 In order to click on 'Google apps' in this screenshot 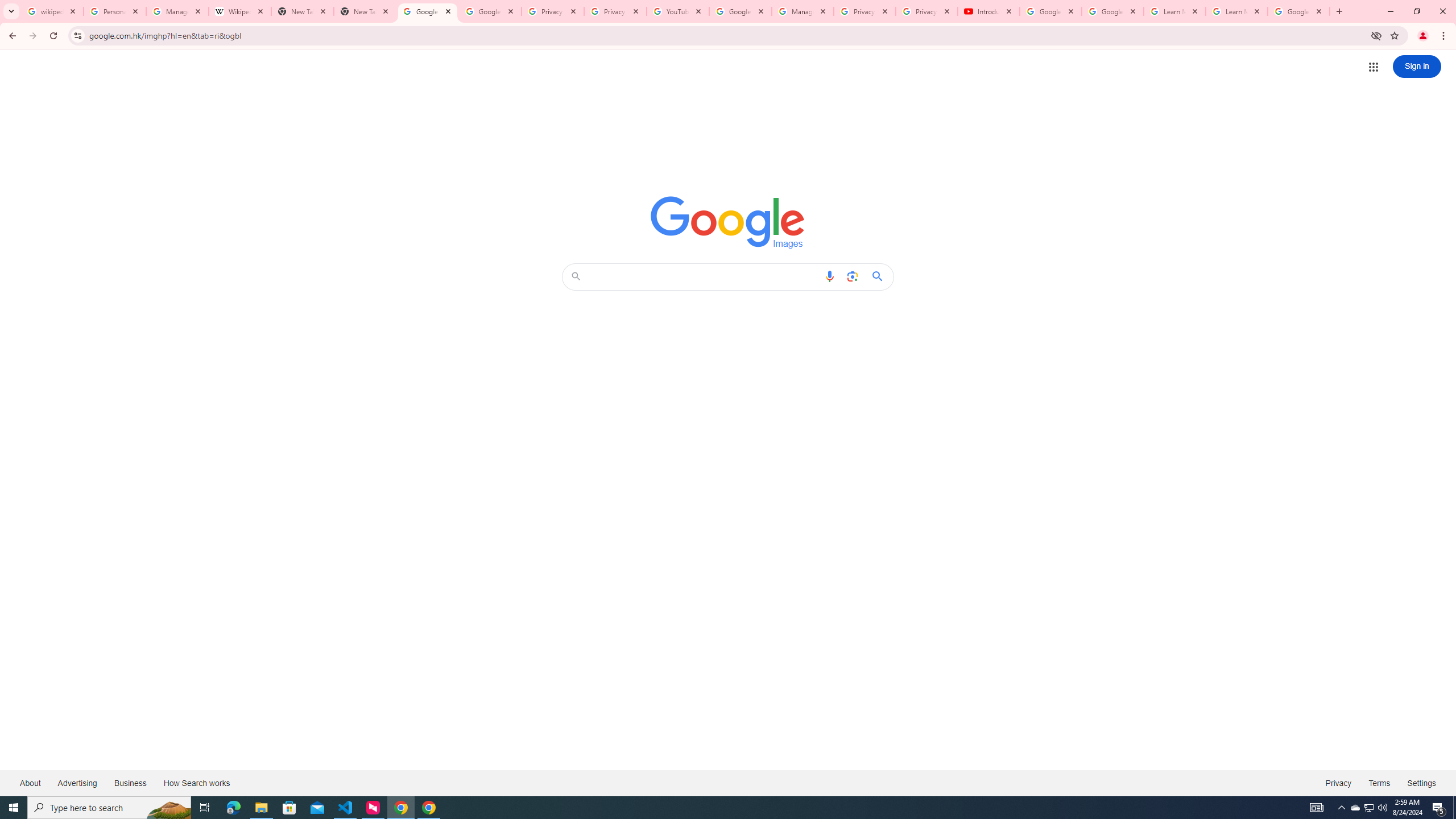, I will do `click(1373, 66)`.